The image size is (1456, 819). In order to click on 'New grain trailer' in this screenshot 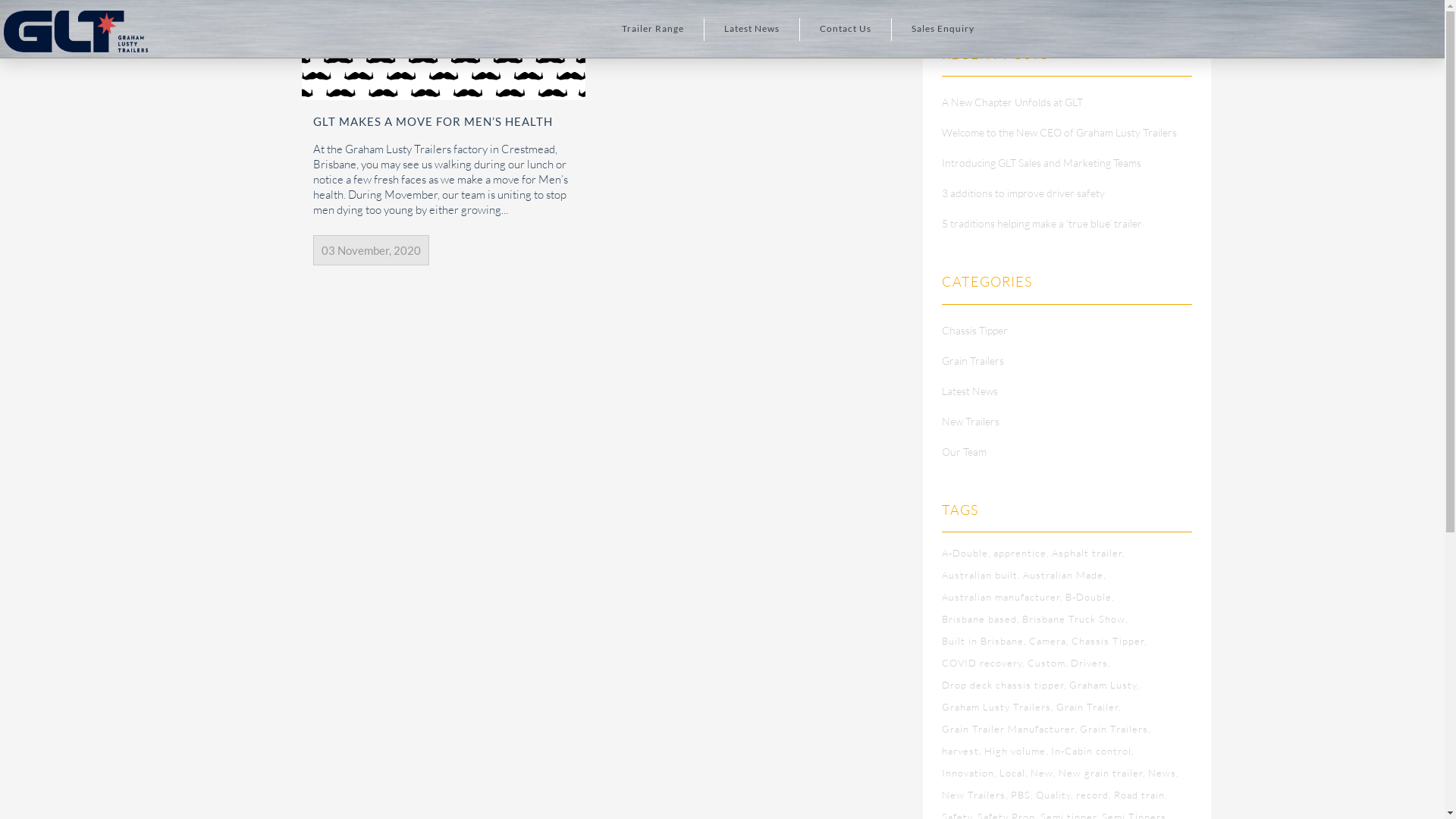, I will do `click(1102, 772)`.